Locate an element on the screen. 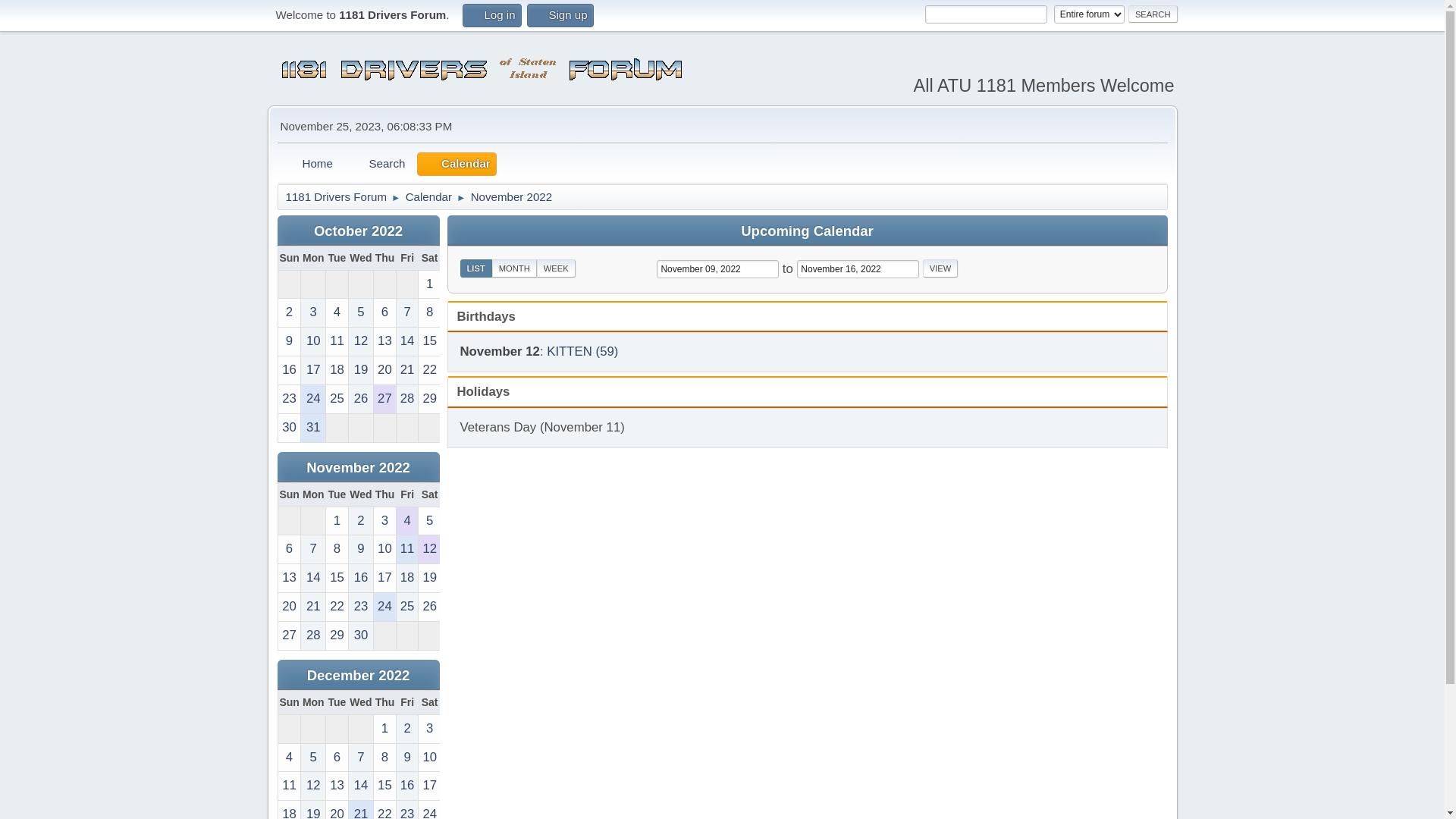  '14' is located at coordinates (312, 578).